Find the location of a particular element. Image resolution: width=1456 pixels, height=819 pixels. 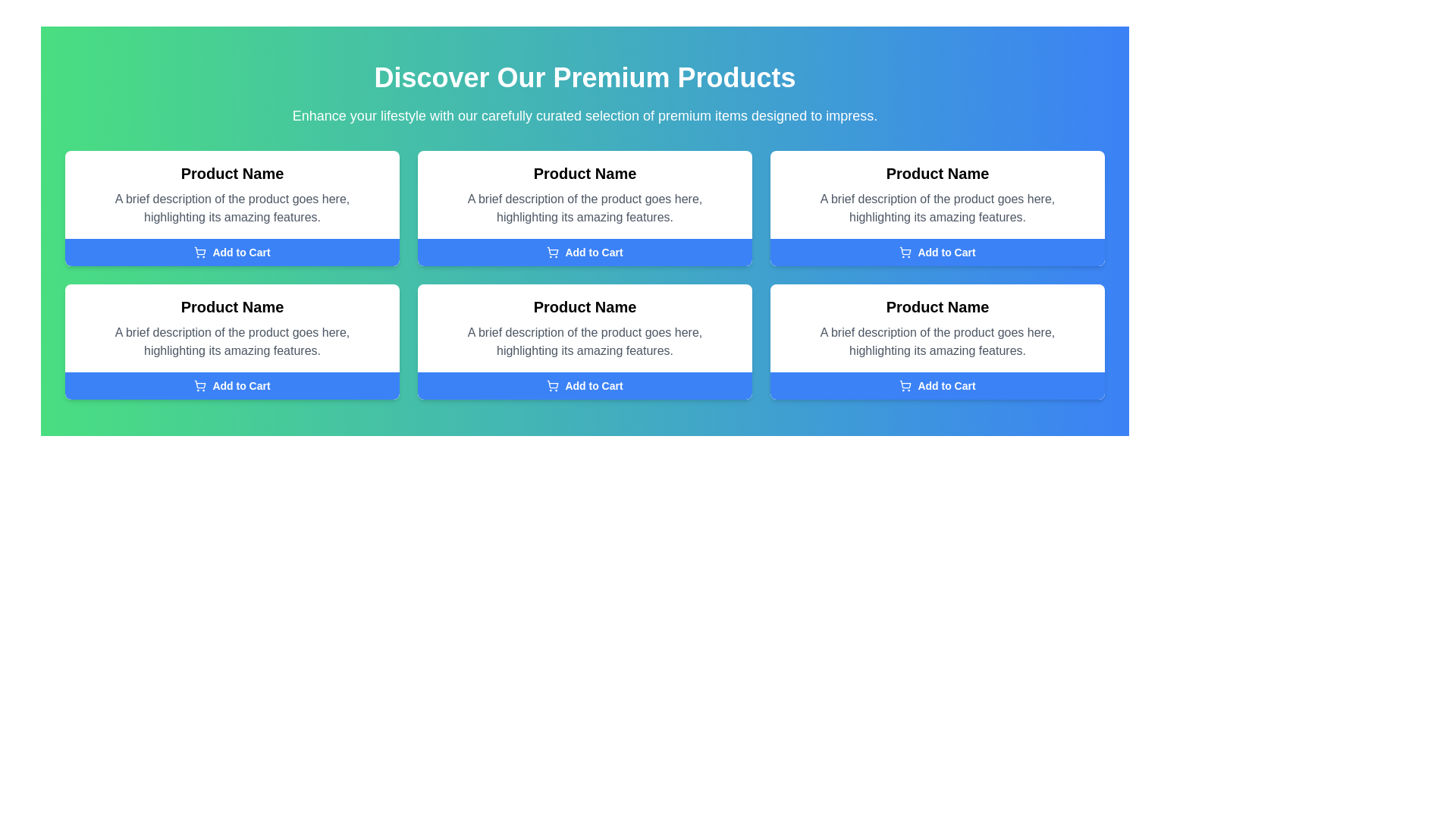

the fourth 'Add to Cart' button located in the bottom-right content card of the product grid is located at coordinates (937, 385).